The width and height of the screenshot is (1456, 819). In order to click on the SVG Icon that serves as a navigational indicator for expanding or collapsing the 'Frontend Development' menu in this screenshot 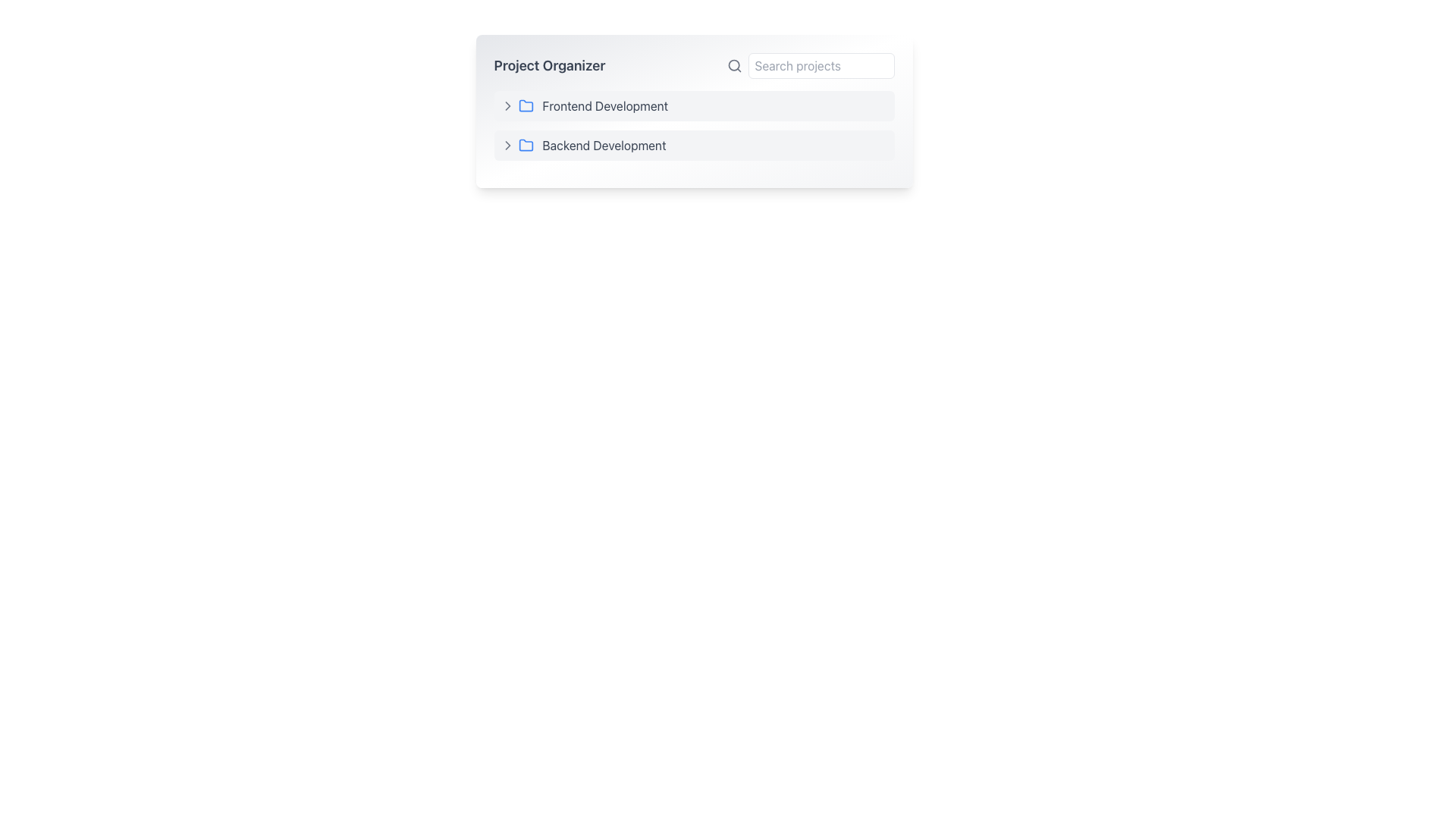, I will do `click(507, 105)`.